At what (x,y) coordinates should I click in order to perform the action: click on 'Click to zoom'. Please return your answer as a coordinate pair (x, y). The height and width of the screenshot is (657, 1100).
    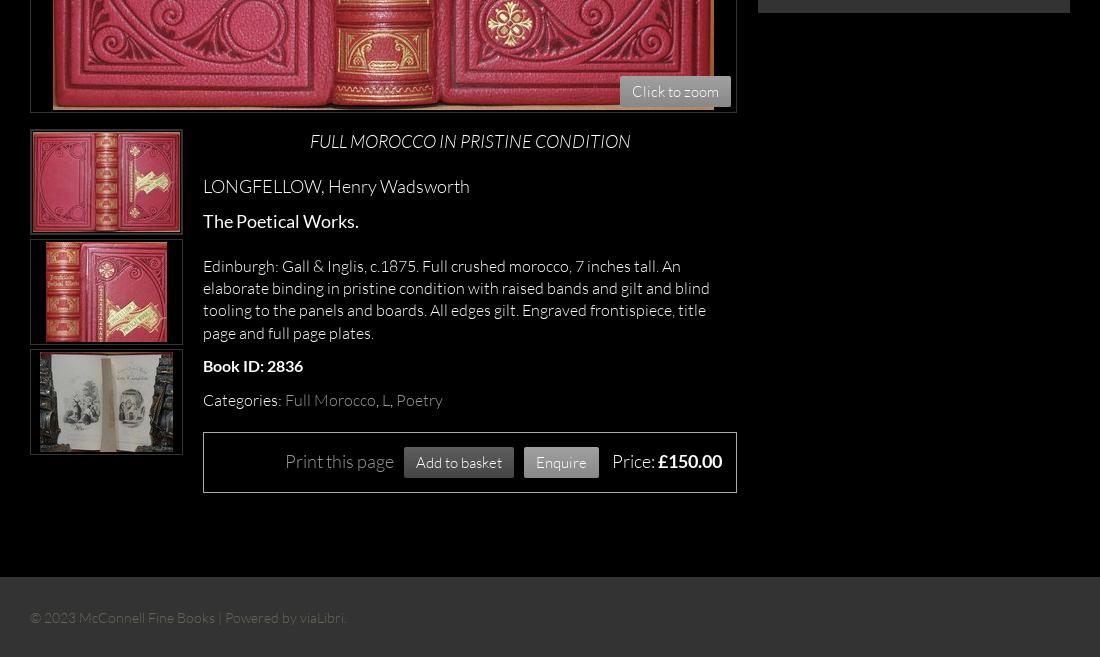
    Looking at the image, I should click on (675, 91).